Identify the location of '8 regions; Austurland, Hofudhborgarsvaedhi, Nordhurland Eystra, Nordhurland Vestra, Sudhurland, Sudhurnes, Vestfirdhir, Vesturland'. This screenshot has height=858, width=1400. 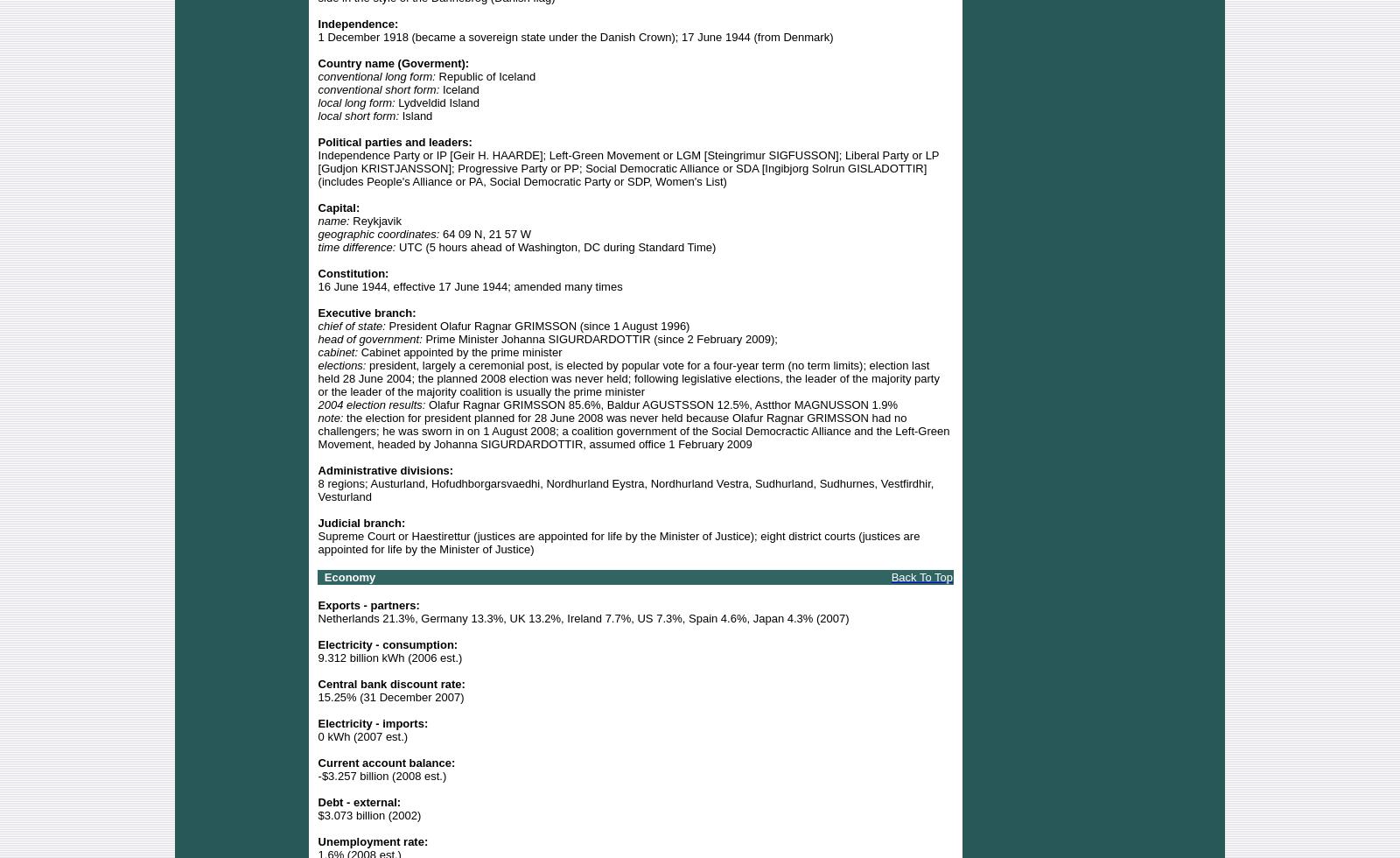
(626, 489).